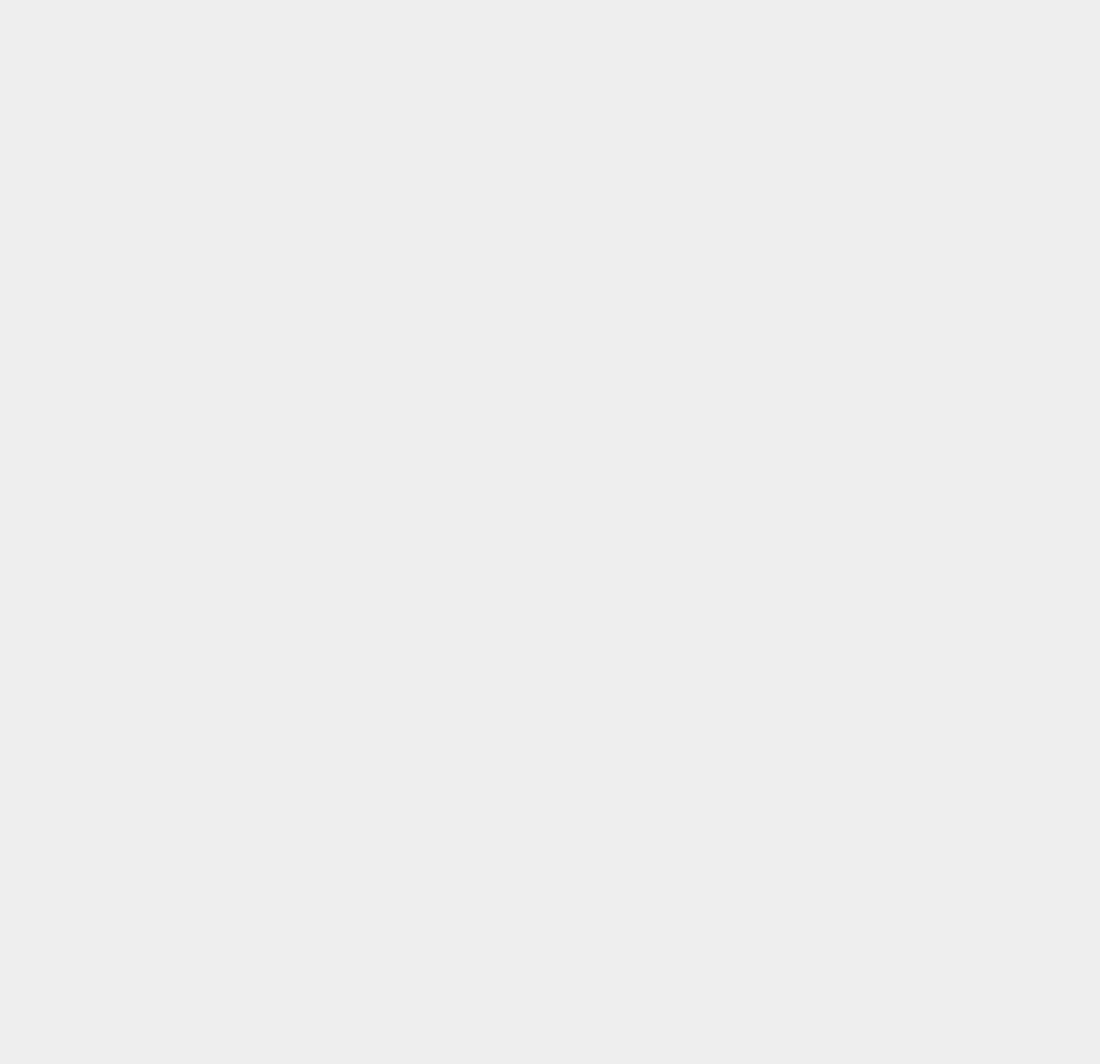  I want to click on 'Bill Gates', so click(806, 229).